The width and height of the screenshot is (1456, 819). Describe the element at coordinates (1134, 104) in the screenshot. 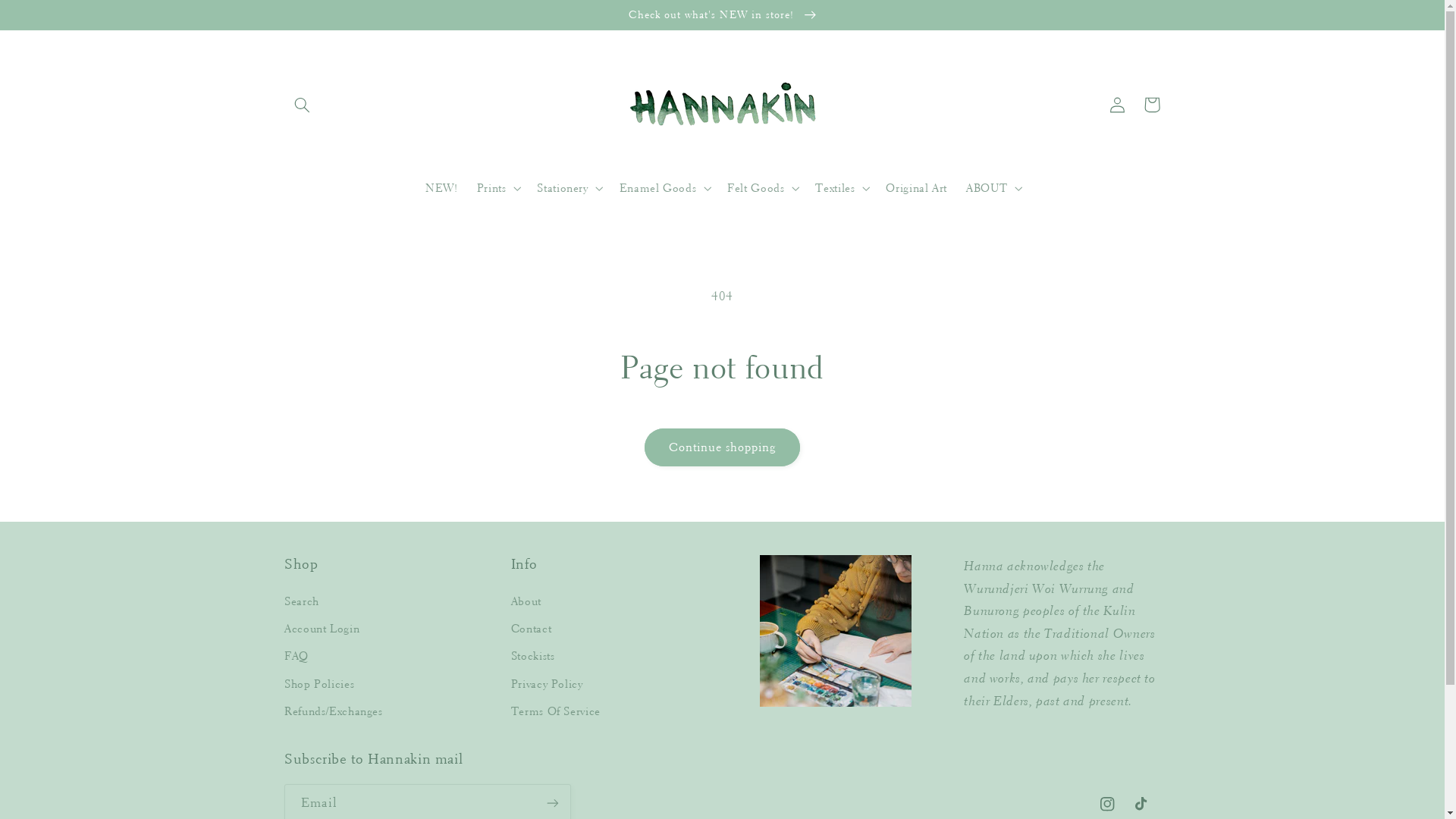

I see `'Cart'` at that location.